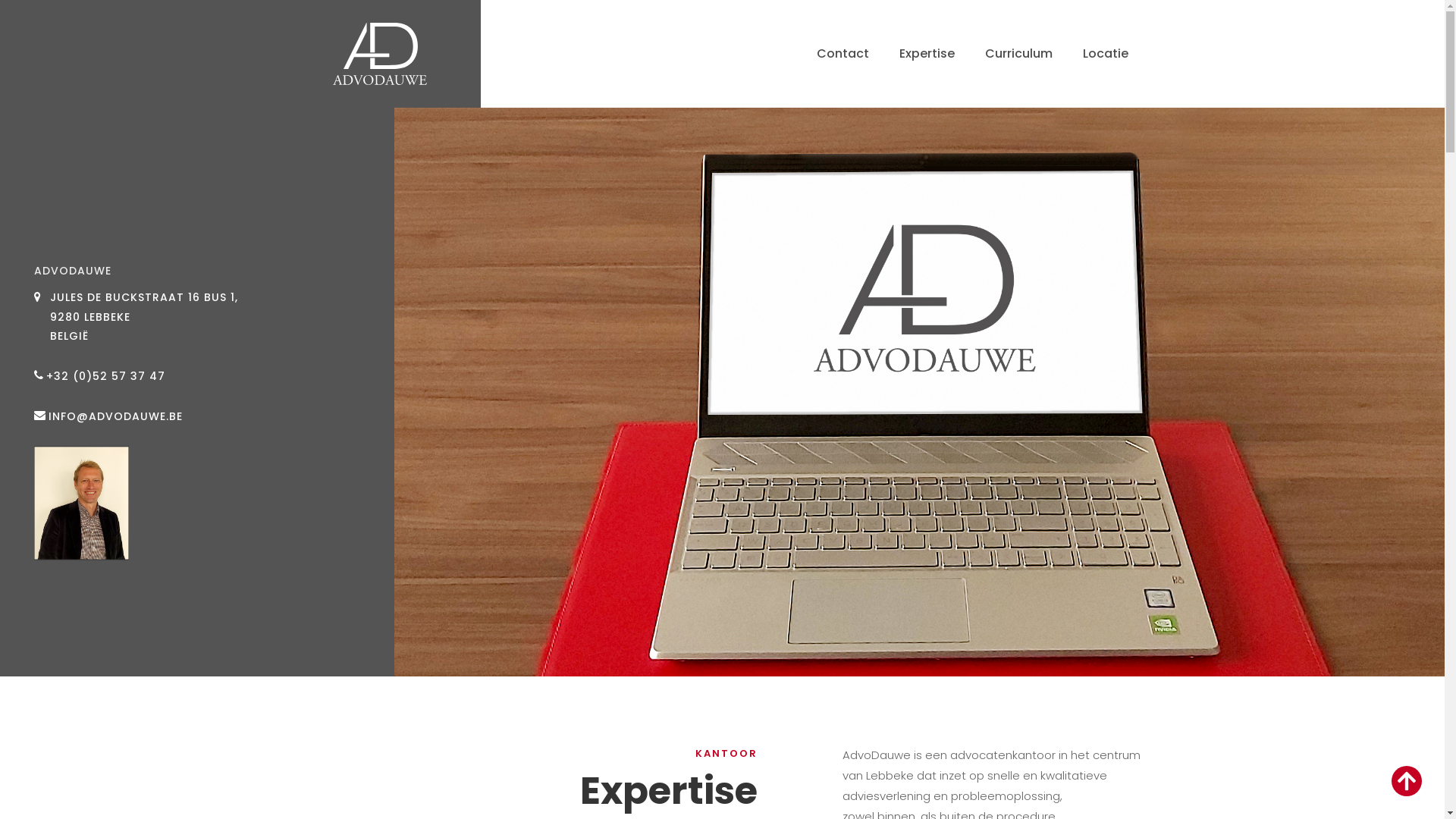 Image resolution: width=1456 pixels, height=819 pixels. What do you see at coordinates (926, 52) in the screenshot?
I see `'Expertise'` at bounding box center [926, 52].